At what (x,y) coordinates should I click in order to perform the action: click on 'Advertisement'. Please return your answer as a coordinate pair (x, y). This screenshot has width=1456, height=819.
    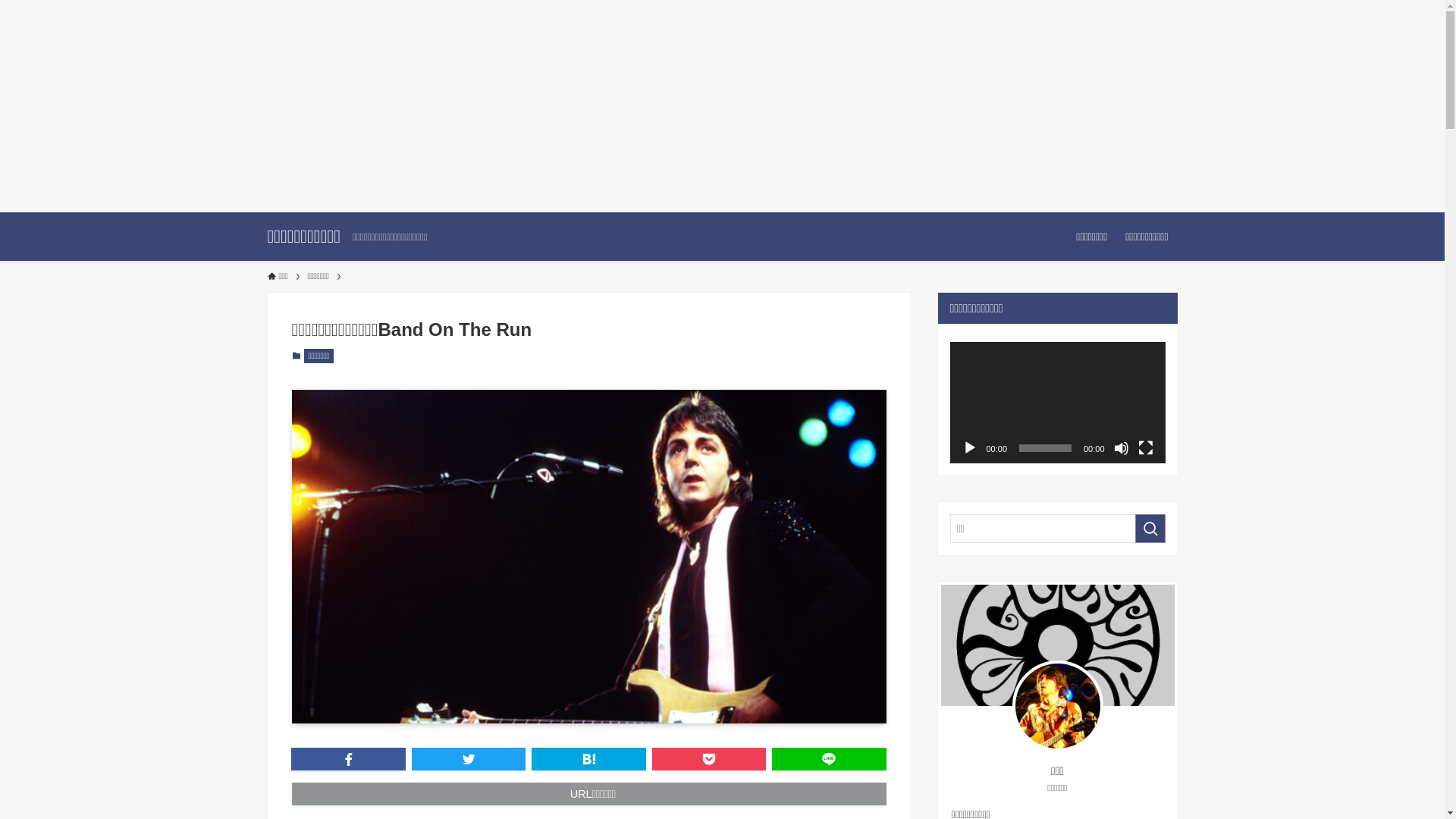
    Looking at the image, I should click on (454, 105).